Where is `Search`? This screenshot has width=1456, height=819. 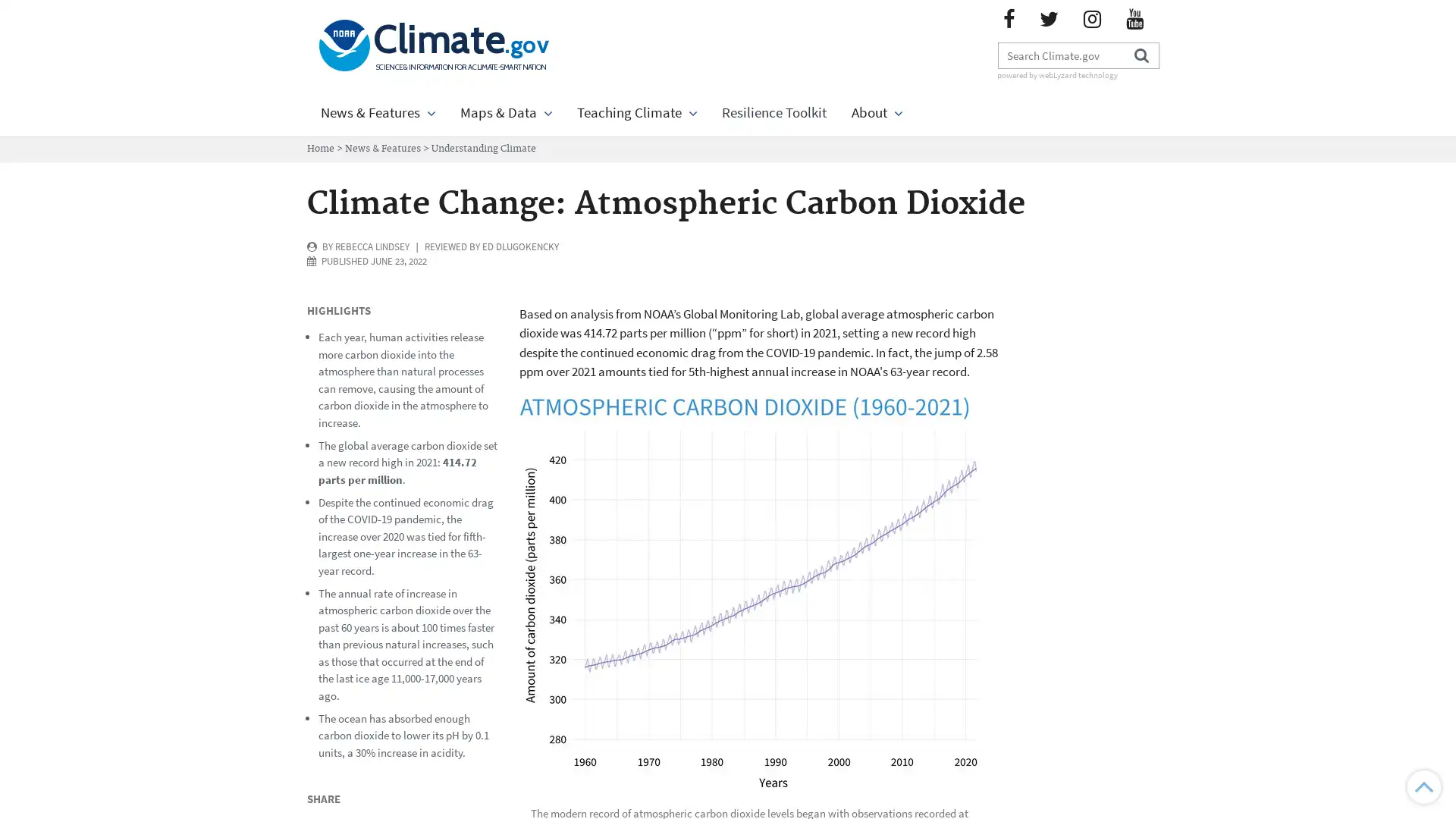
Search is located at coordinates (1141, 54).